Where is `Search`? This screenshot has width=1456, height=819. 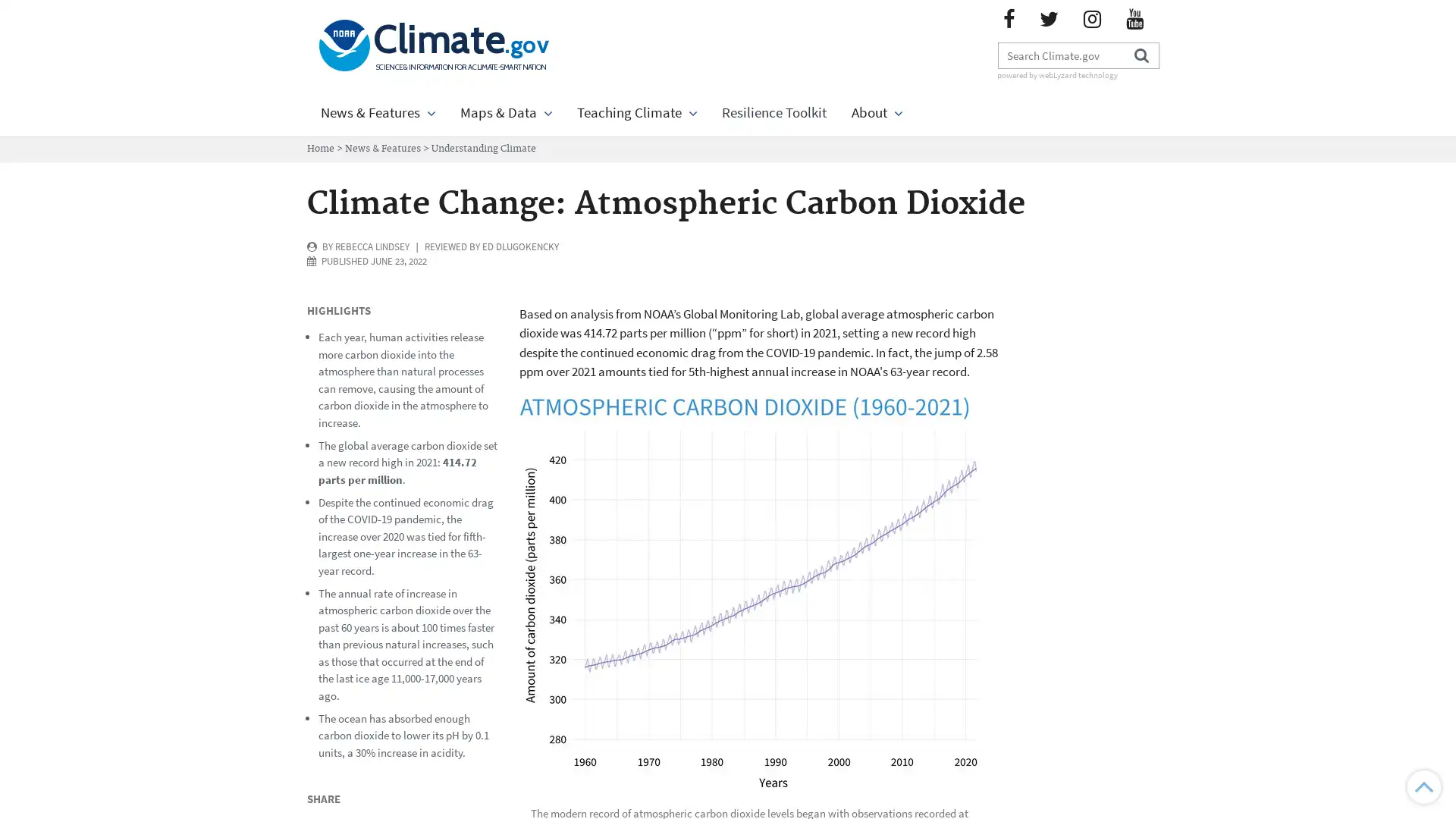
Search is located at coordinates (1141, 54).